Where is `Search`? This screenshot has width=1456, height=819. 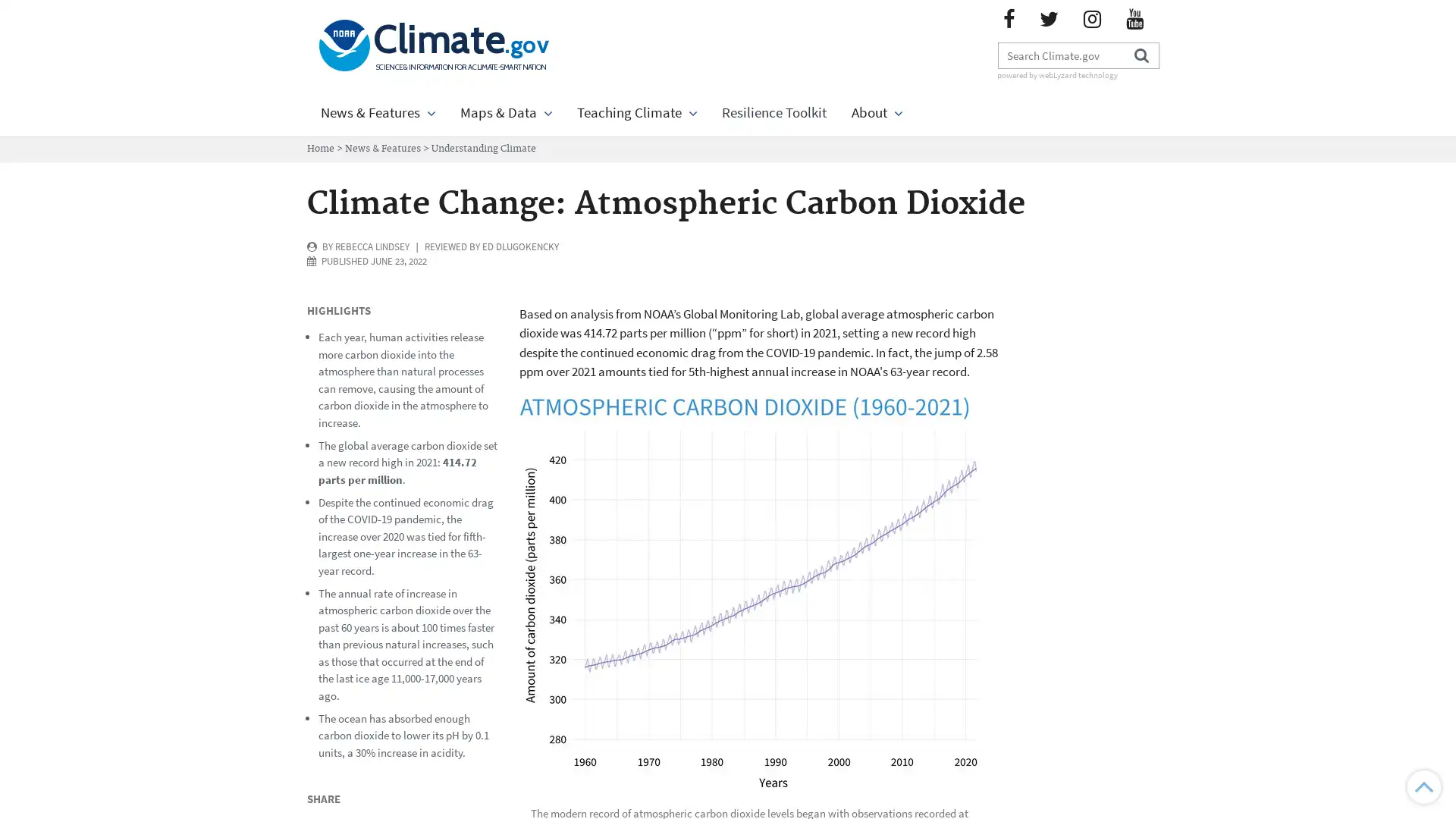
Search is located at coordinates (1141, 54).